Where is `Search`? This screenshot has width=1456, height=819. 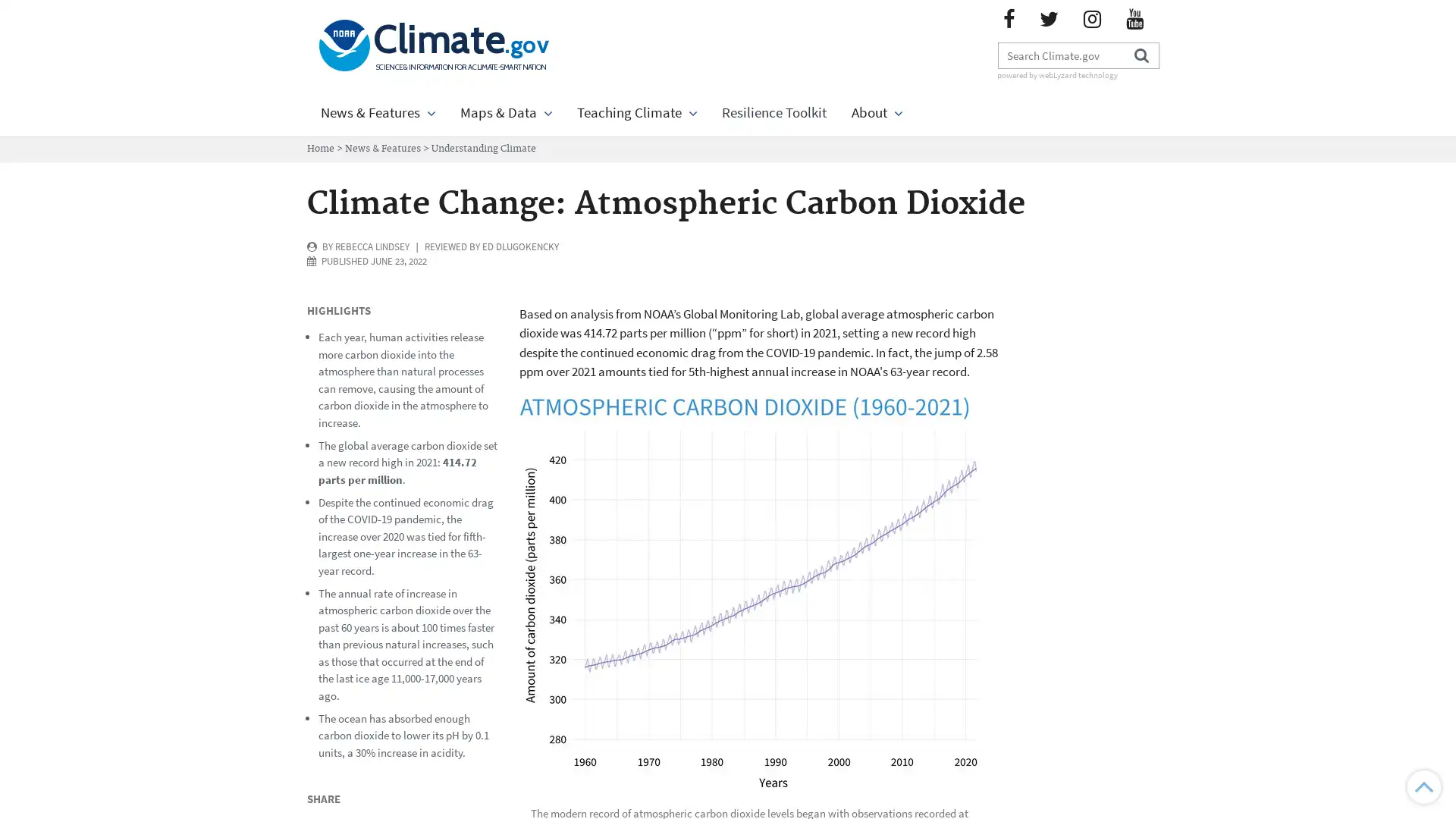
Search is located at coordinates (1141, 54).